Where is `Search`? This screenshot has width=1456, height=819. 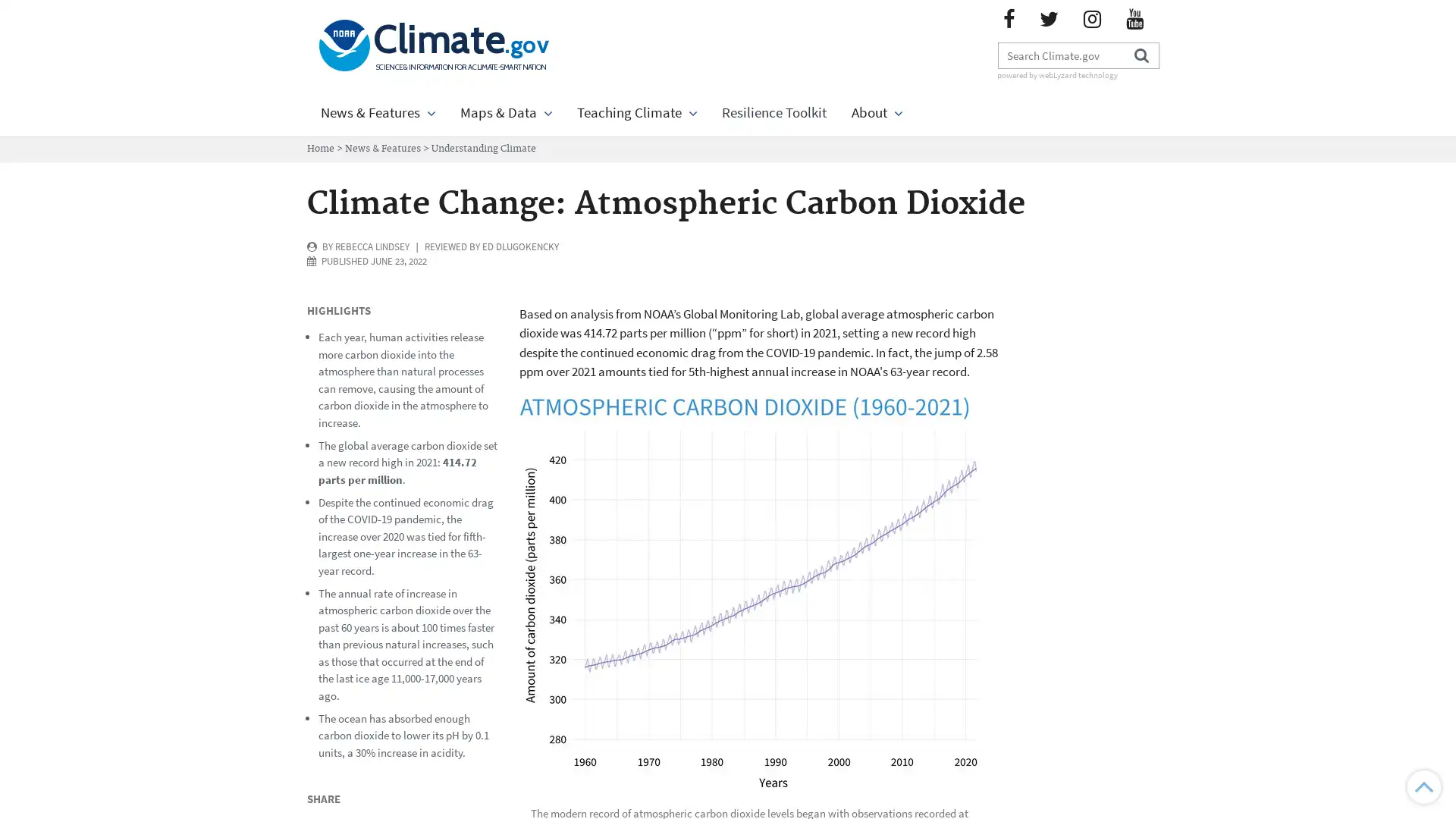
Search is located at coordinates (1141, 54).